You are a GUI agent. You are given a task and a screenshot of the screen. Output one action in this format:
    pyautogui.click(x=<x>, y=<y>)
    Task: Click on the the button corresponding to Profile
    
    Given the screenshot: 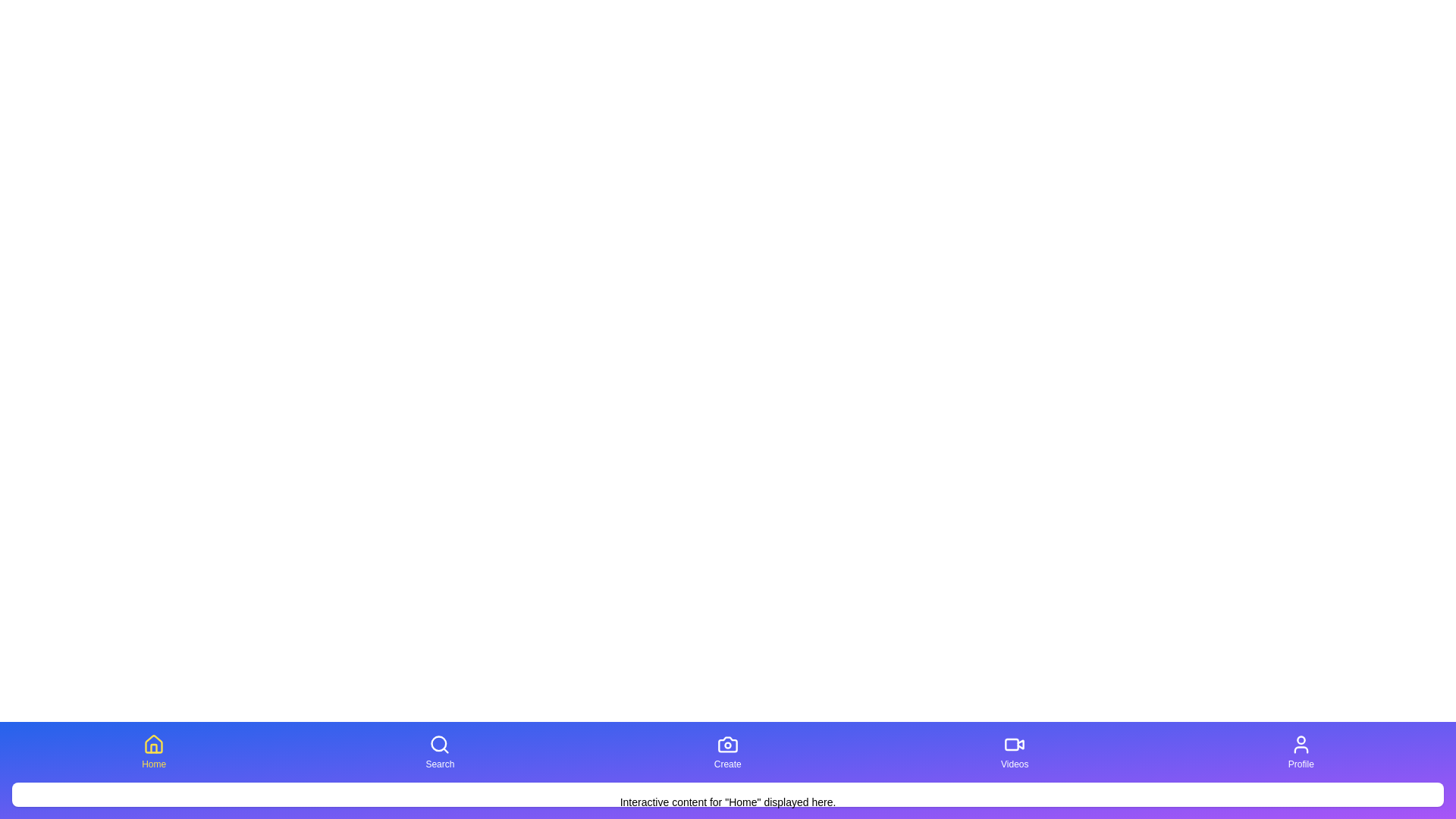 What is the action you would take?
    pyautogui.click(x=1301, y=752)
    